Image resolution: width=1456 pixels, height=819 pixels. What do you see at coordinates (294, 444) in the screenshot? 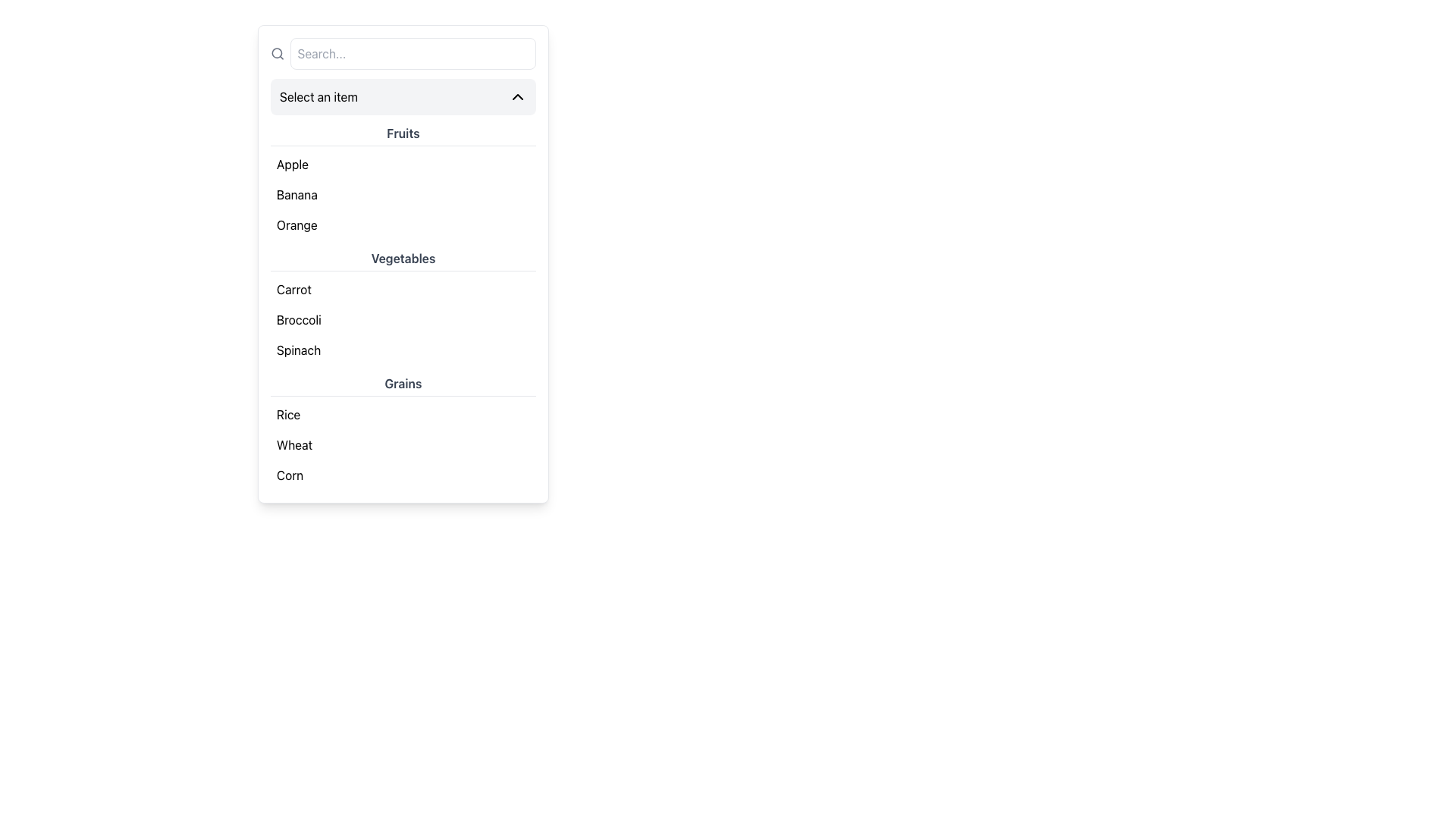
I see `the text label 'Wheat' in the 'Grains' section of the dropdown list` at bounding box center [294, 444].